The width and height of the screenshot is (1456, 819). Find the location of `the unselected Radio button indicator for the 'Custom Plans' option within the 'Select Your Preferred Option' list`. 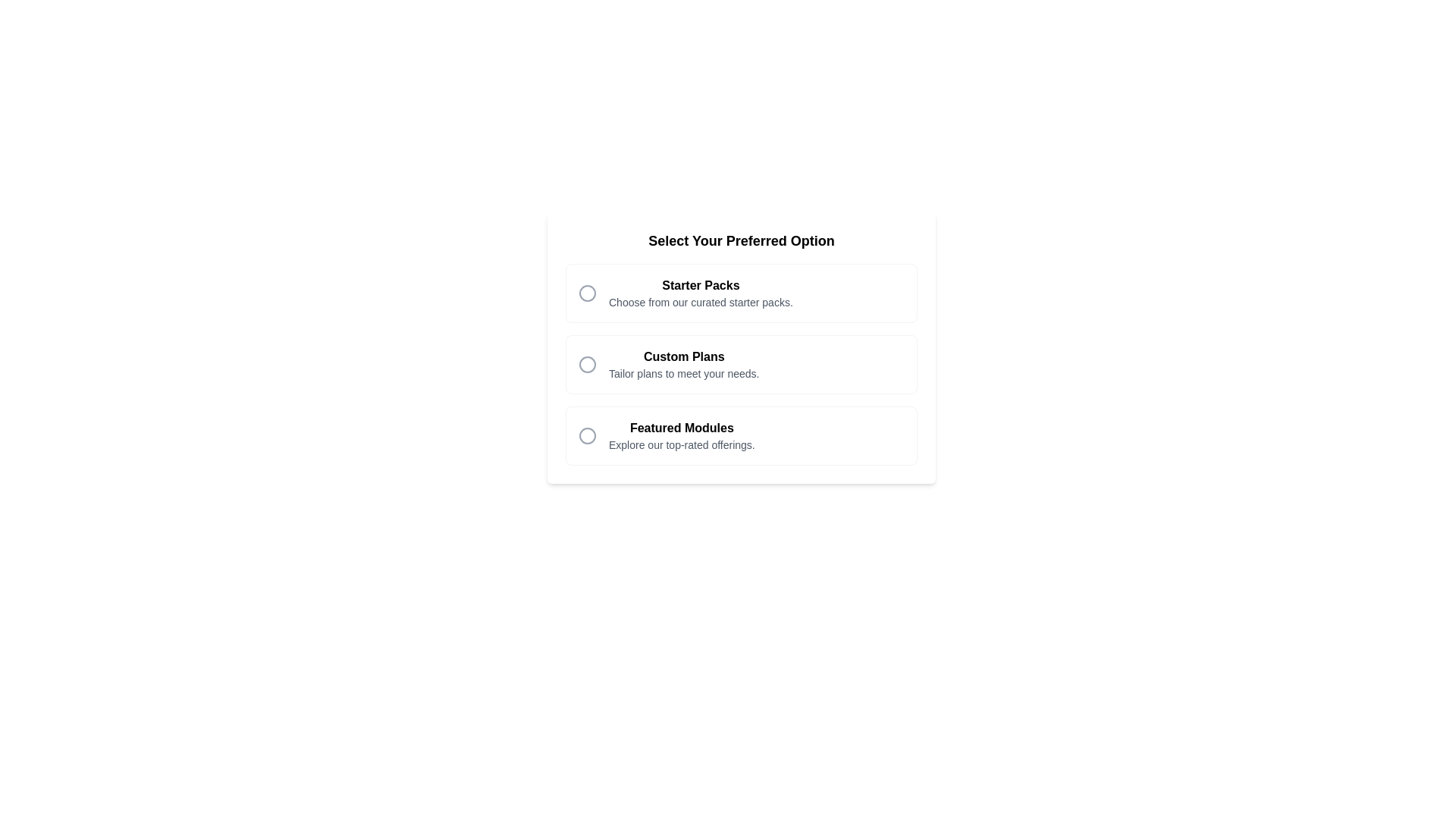

the unselected Radio button indicator for the 'Custom Plans' option within the 'Select Your Preferred Option' list is located at coordinates (586, 365).